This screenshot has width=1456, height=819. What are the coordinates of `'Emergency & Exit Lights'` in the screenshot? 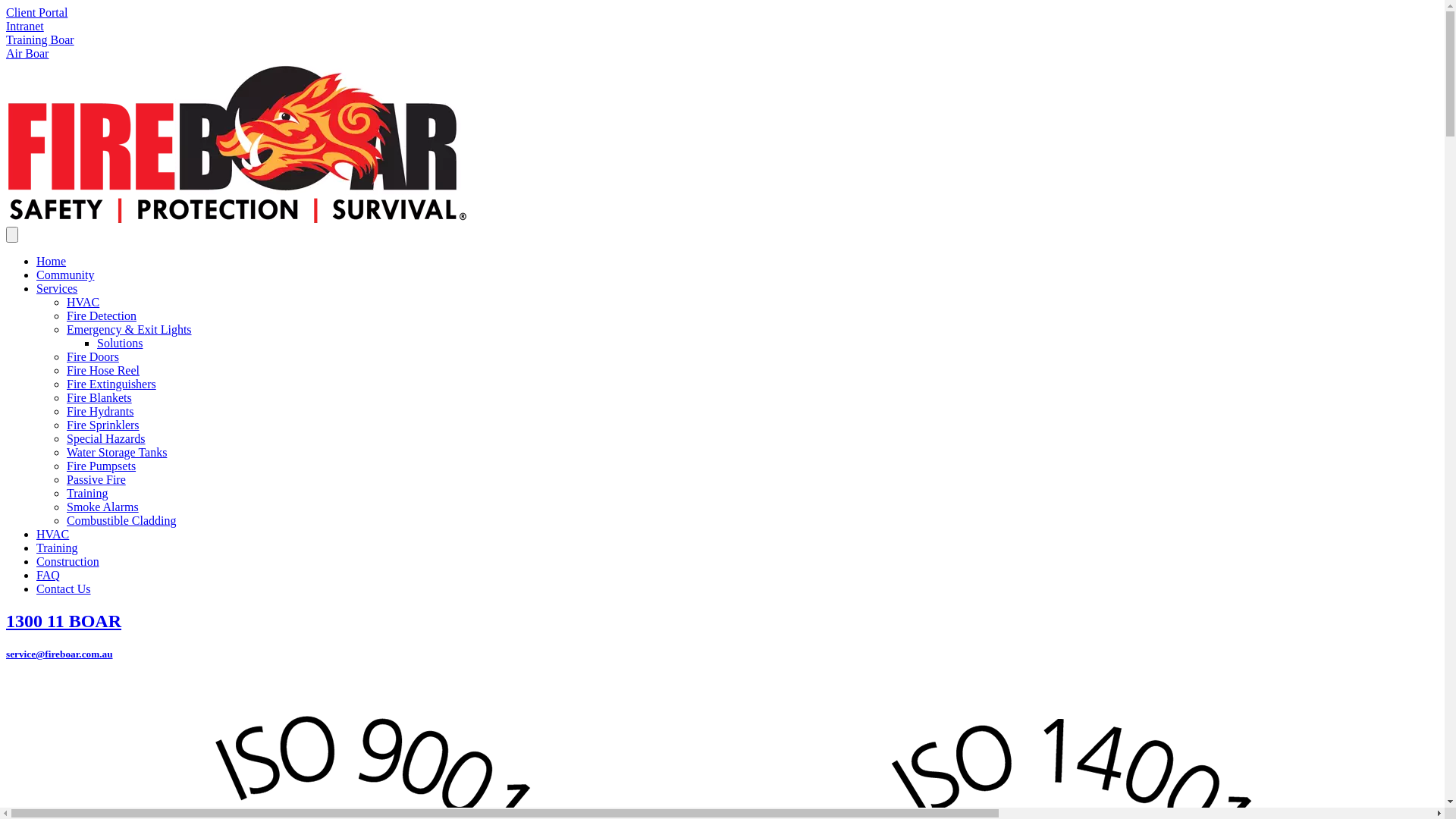 It's located at (129, 328).